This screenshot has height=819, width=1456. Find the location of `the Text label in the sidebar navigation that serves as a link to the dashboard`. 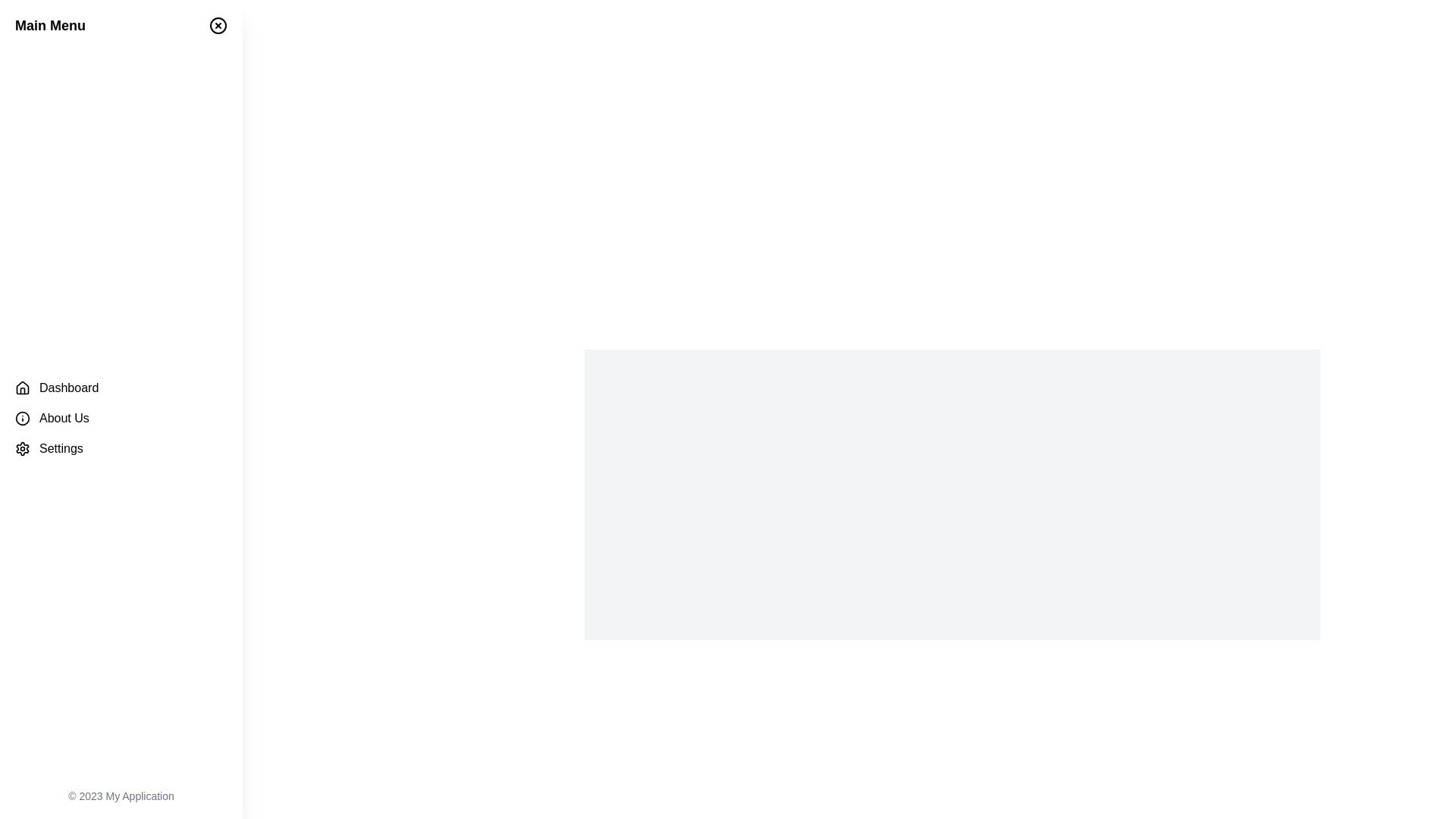

the Text label in the sidebar navigation that serves as a link to the dashboard is located at coordinates (68, 388).